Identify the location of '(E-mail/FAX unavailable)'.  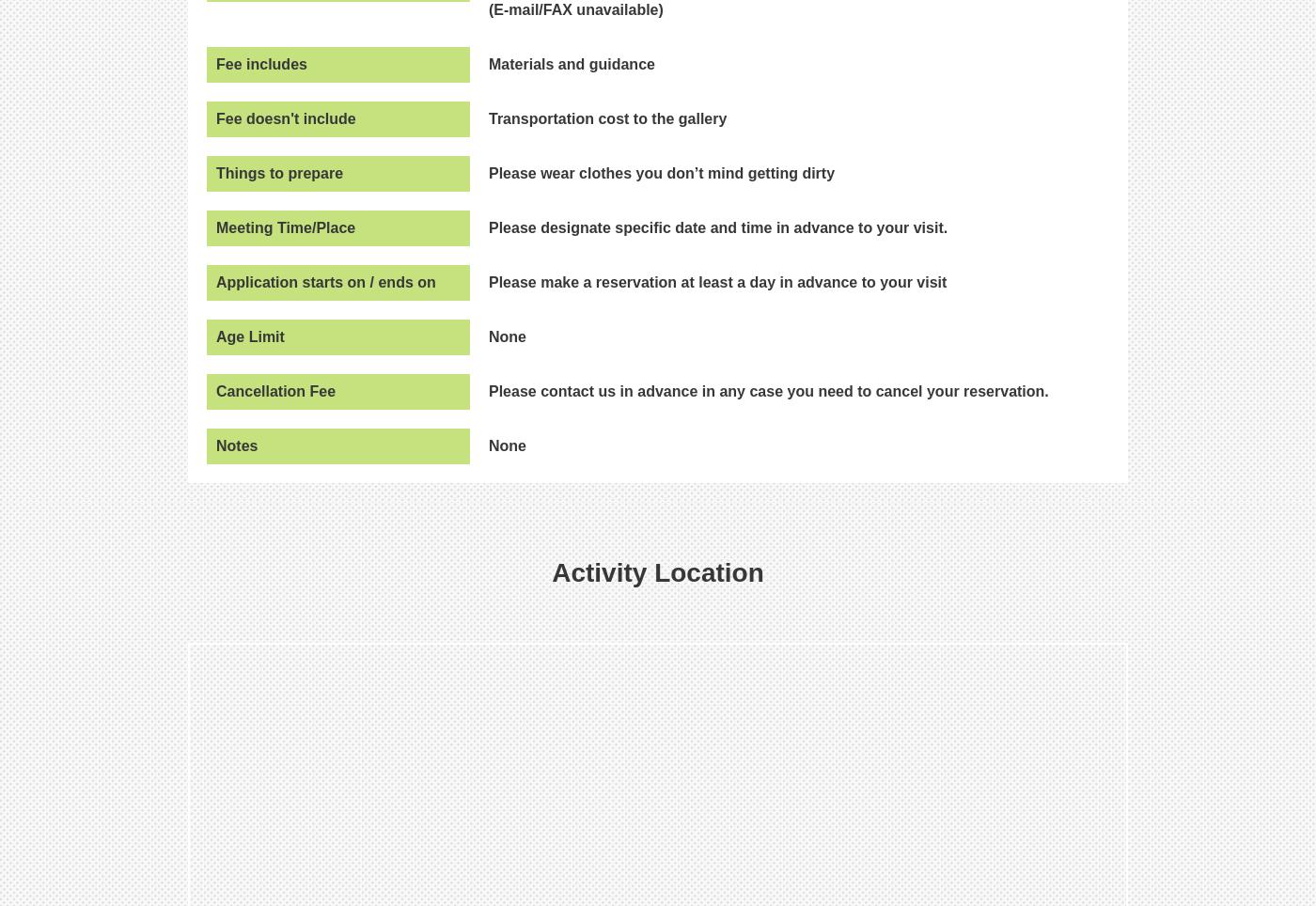
(575, 8).